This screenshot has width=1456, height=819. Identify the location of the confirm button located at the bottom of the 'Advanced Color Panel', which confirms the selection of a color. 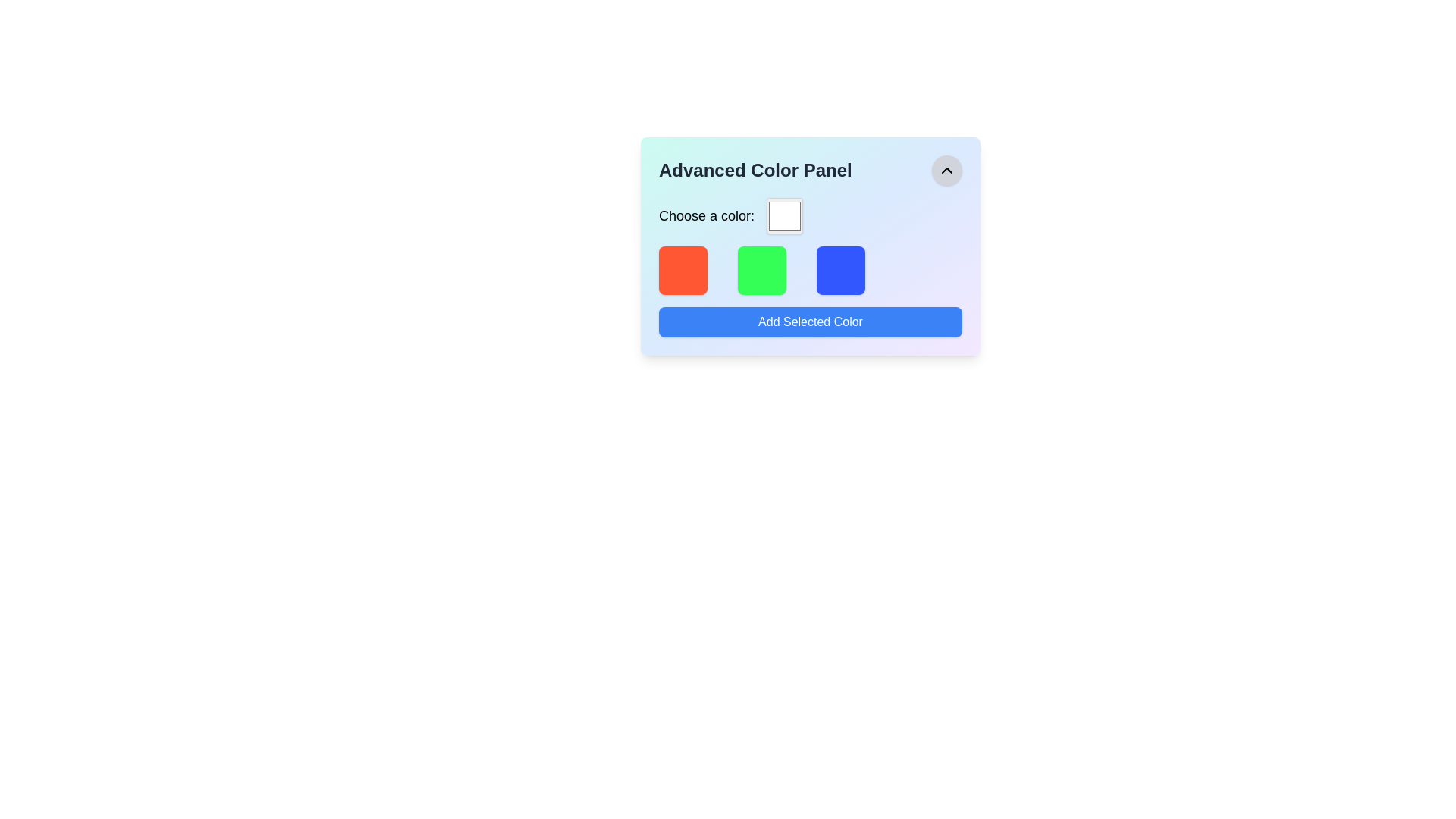
(810, 321).